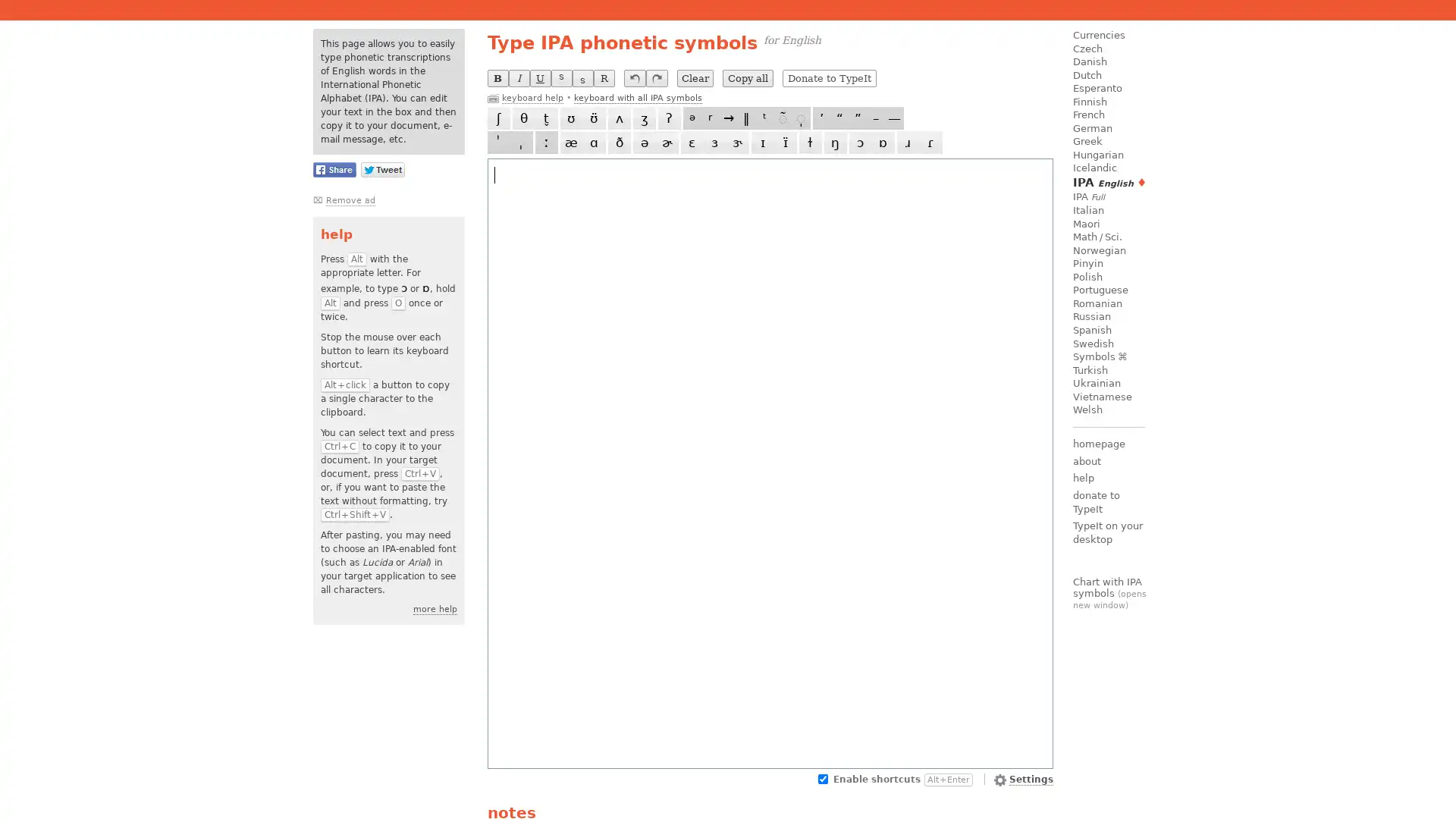 This screenshot has width=1456, height=819. What do you see at coordinates (582, 78) in the screenshot?
I see `S` at bounding box center [582, 78].